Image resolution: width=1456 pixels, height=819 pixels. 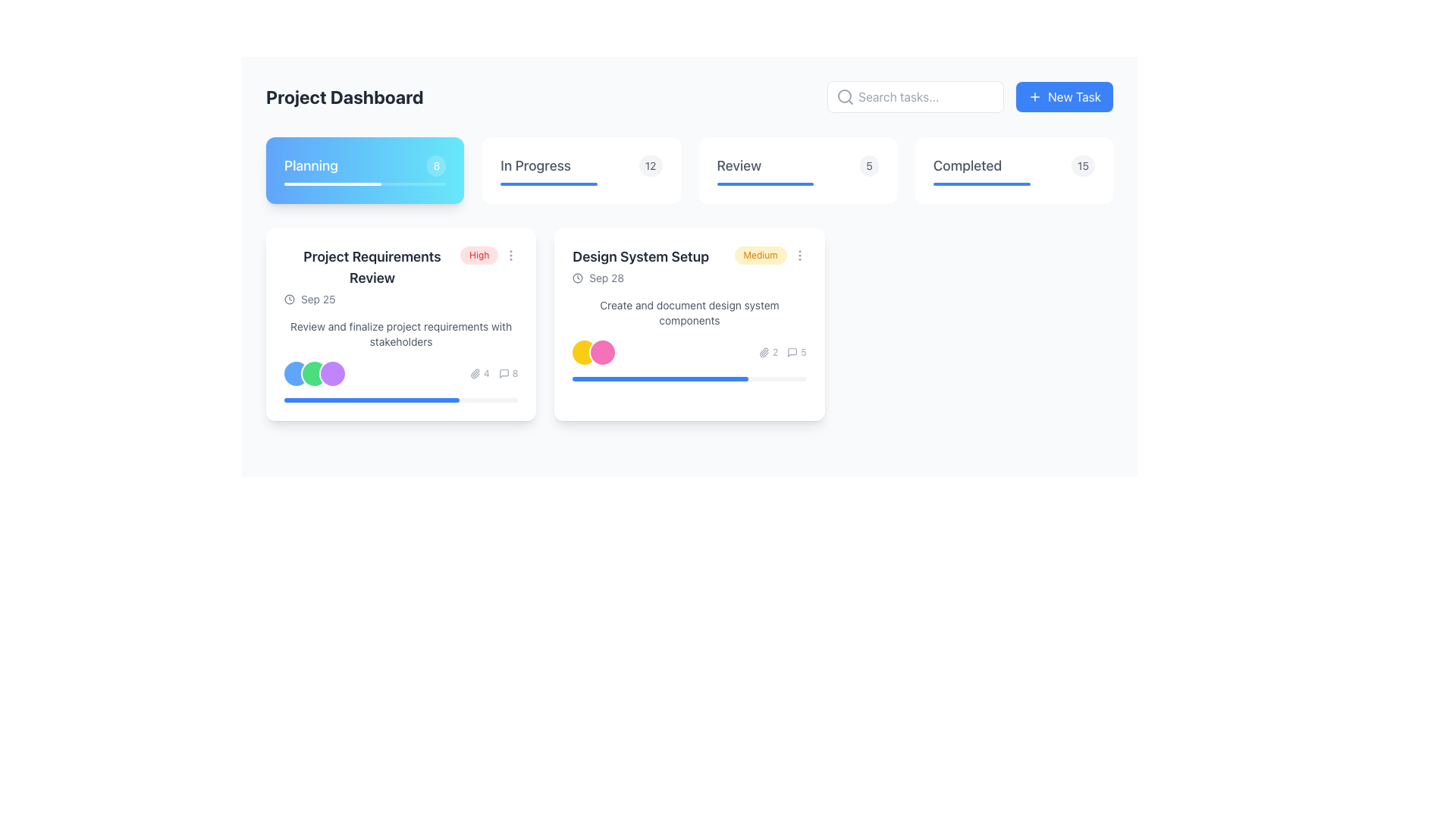 What do you see at coordinates (768, 353) in the screenshot?
I see `the label that displays the count of attachments for the 'Design System Setup' card located in the 'Completed' section` at bounding box center [768, 353].